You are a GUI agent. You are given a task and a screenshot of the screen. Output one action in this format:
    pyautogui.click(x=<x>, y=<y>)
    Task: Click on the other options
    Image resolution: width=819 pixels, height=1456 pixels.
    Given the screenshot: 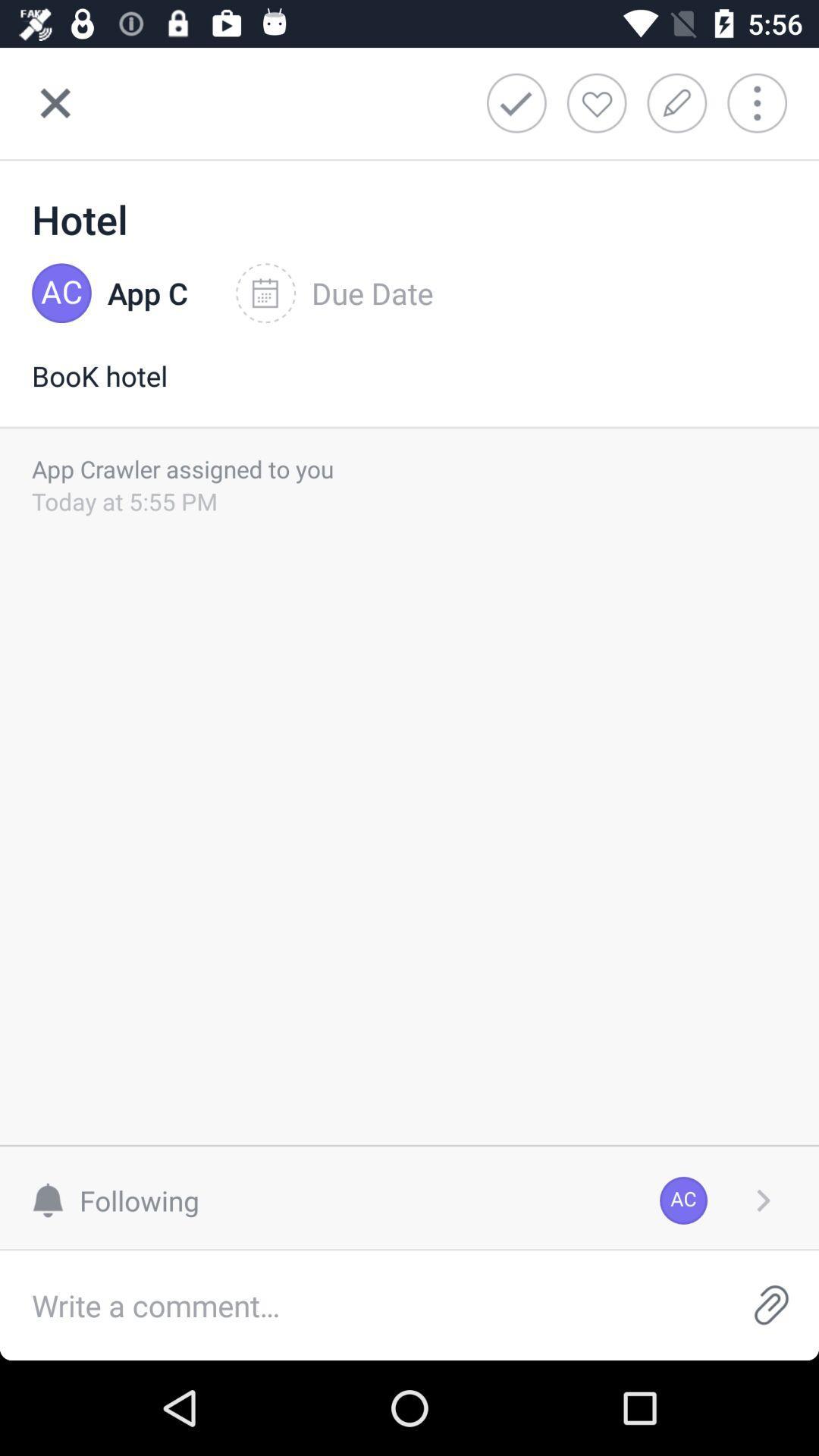 What is the action you would take?
    pyautogui.click(x=767, y=102)
    